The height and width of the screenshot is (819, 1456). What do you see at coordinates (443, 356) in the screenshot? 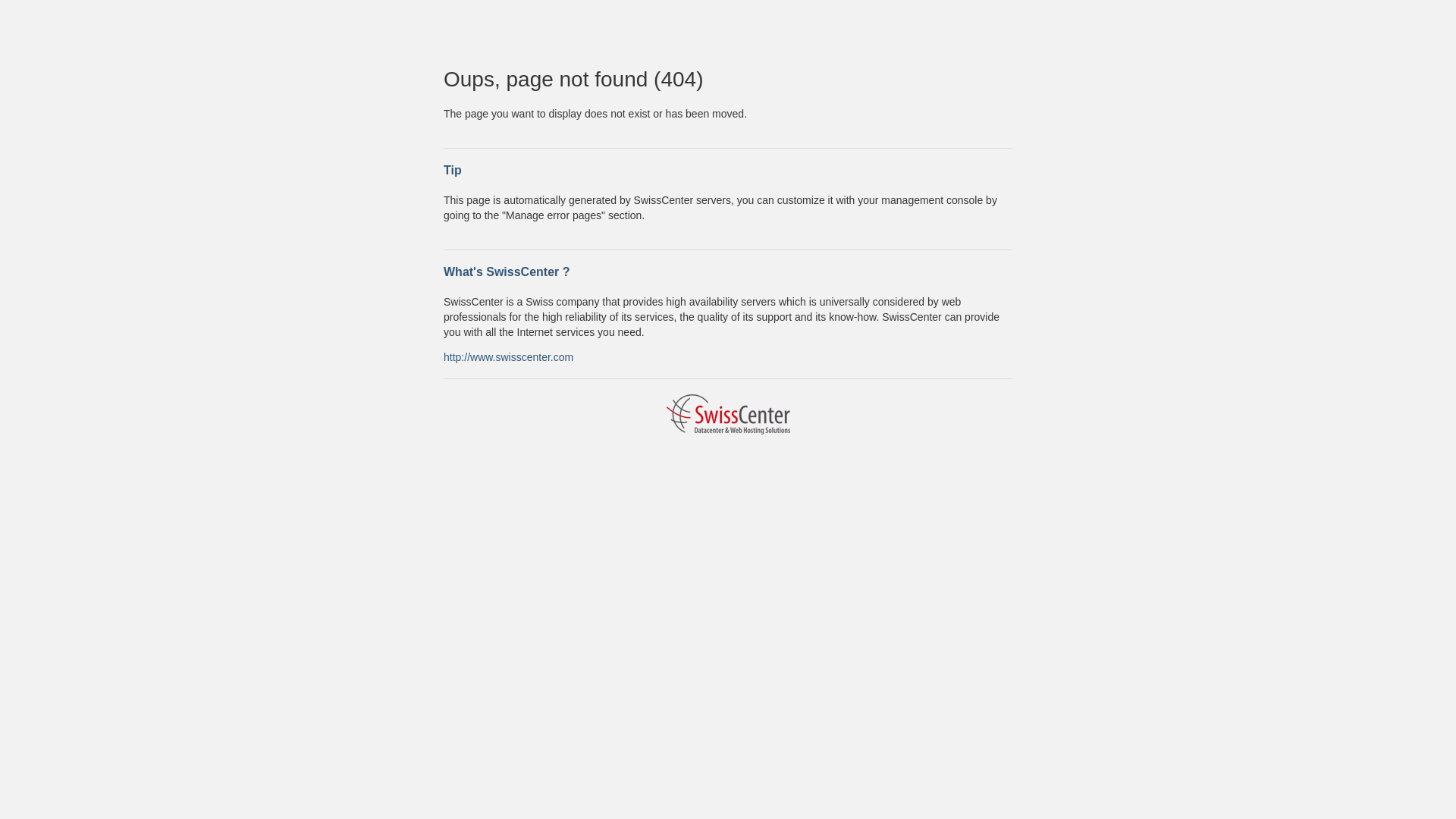
I see `'http://www.swisscenter.com'` at bounding box center [443, 356].